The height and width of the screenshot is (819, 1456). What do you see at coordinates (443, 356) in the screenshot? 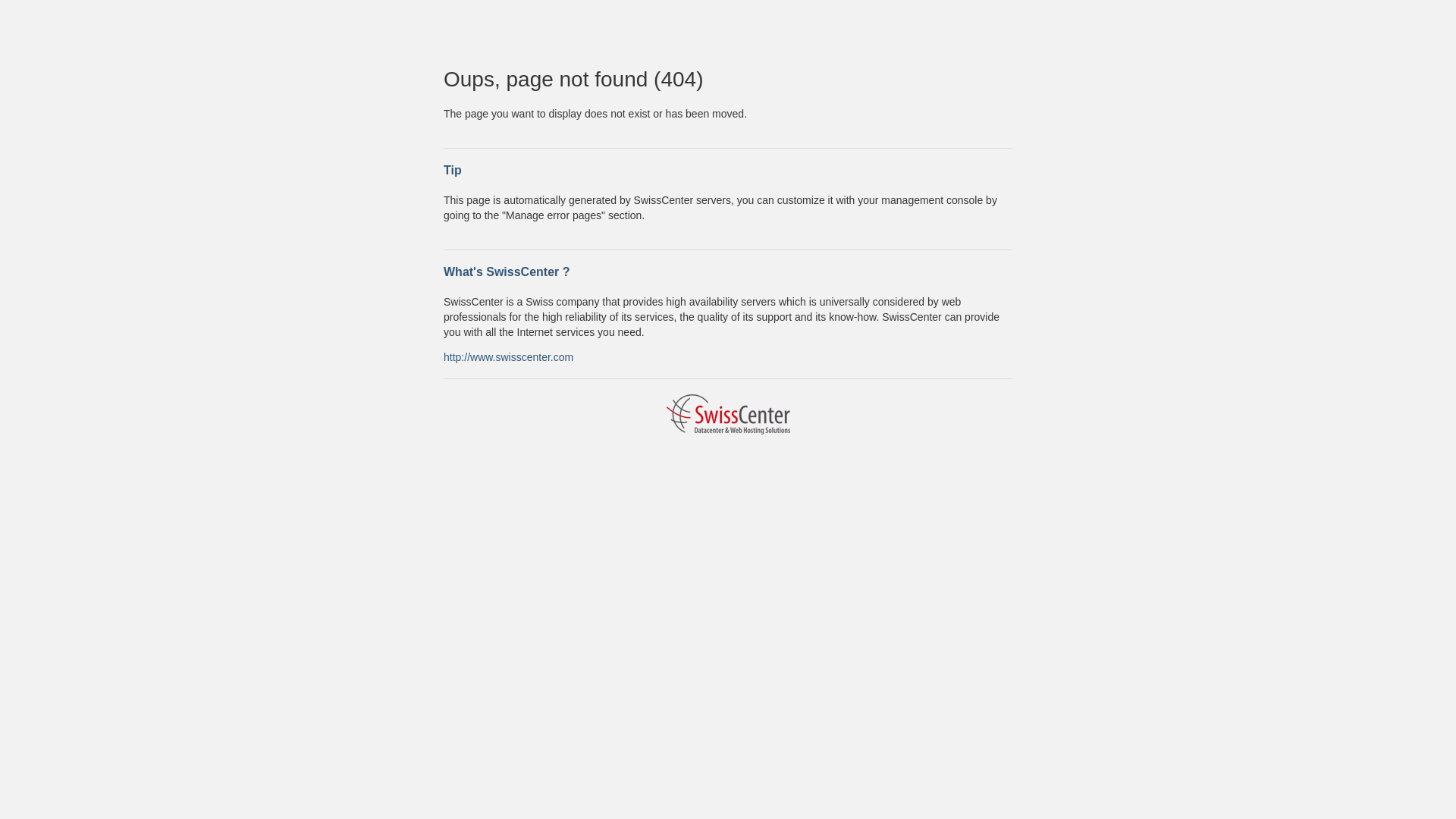
I see `'http://www.swisscenter.com'` at bounding box center [443, 356].